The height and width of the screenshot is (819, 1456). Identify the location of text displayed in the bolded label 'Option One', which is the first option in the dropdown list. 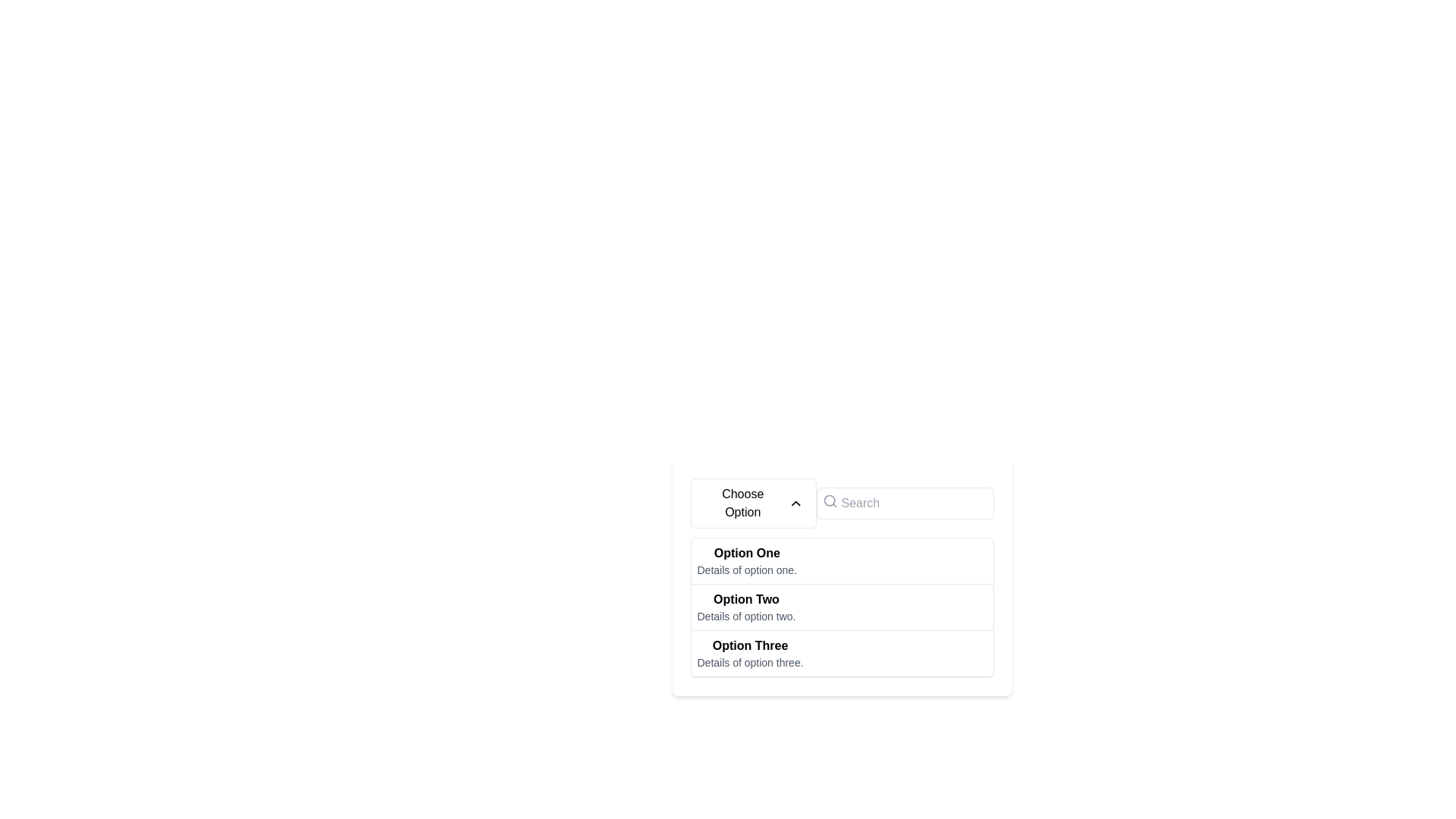
(747, 553).